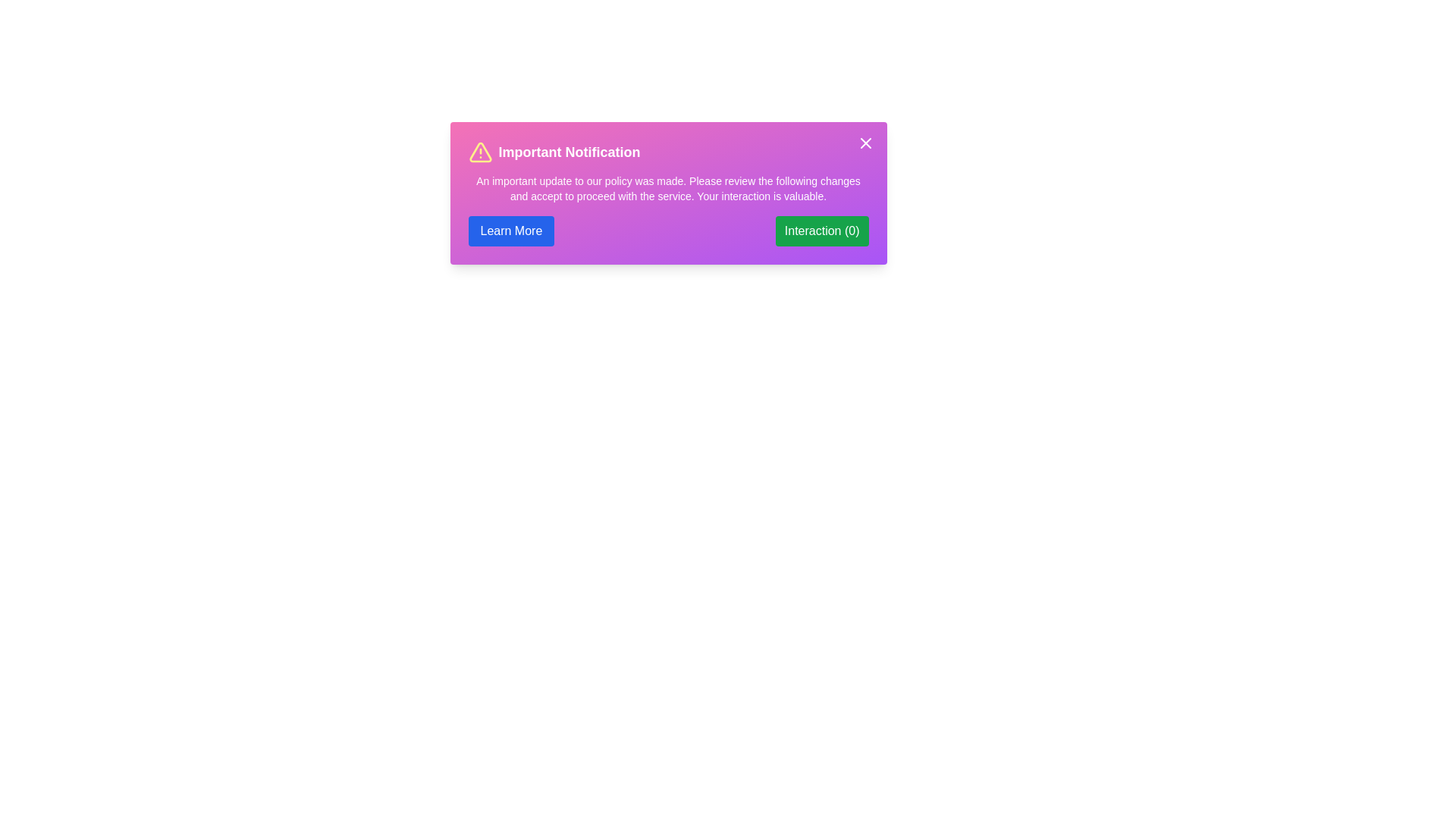 The width and height of the screenshot is (1456, 819). What do you see at coordinates (865, 143) in the screenshot?
I see `the close button in the top-right corner of the alert` at bounding box center [865, 143].